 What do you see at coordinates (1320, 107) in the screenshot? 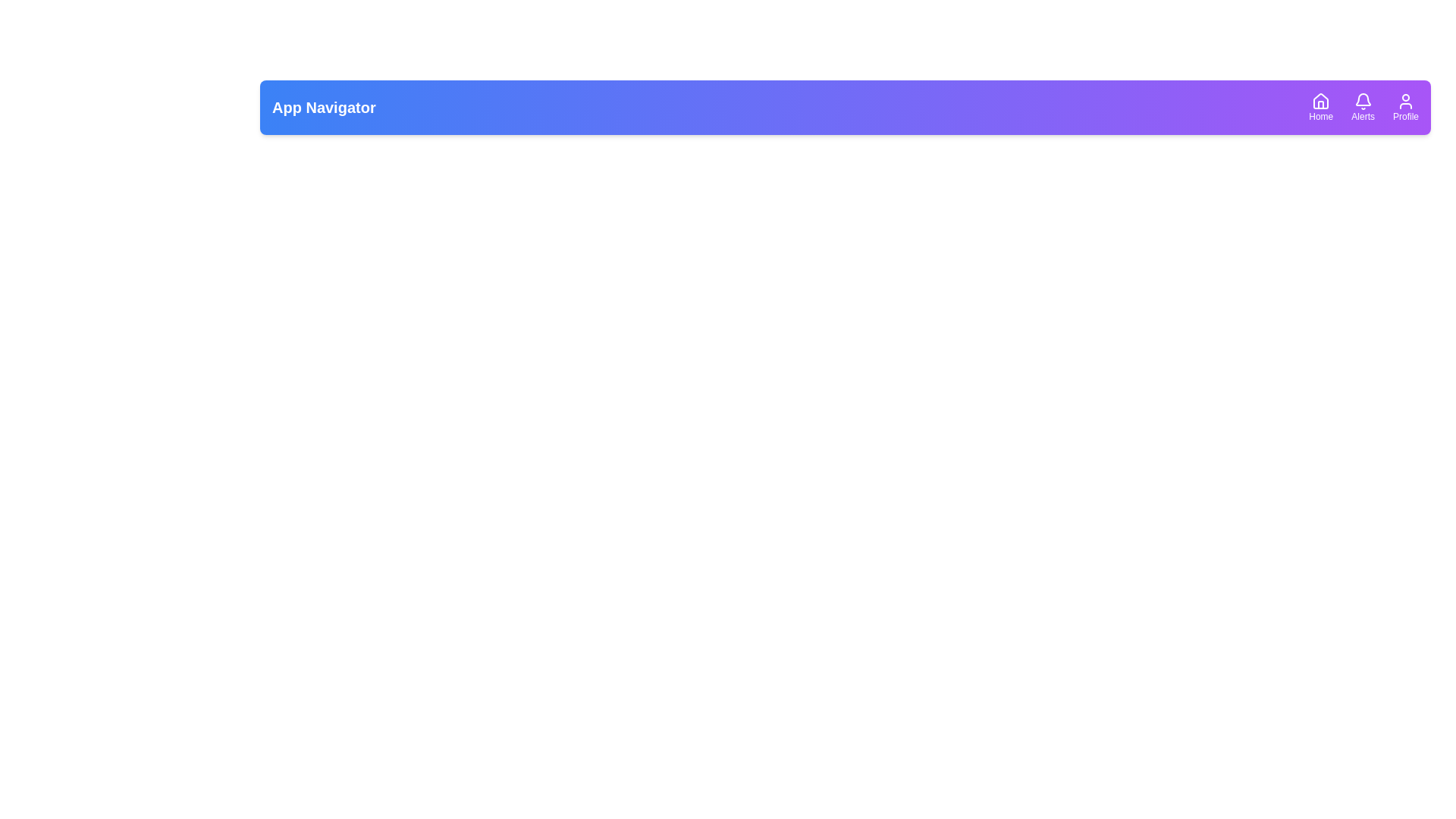
I see `the 'Home' button with a house icon located on the right side of the navigation bar` at bounding box center [1320, 107].